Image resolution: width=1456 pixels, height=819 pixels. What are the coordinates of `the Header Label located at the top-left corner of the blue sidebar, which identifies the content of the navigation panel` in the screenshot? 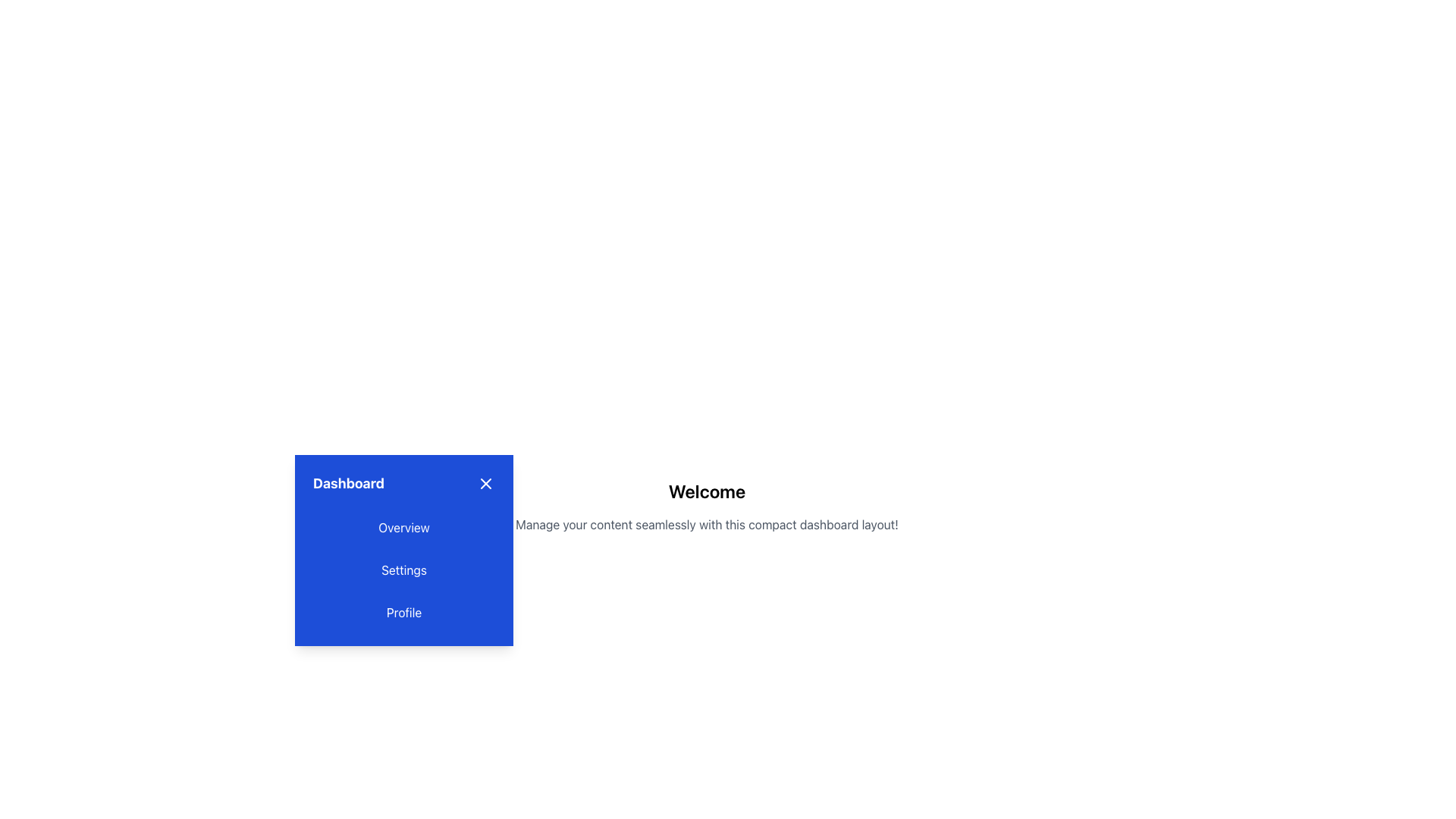 It's located at (348, 483).